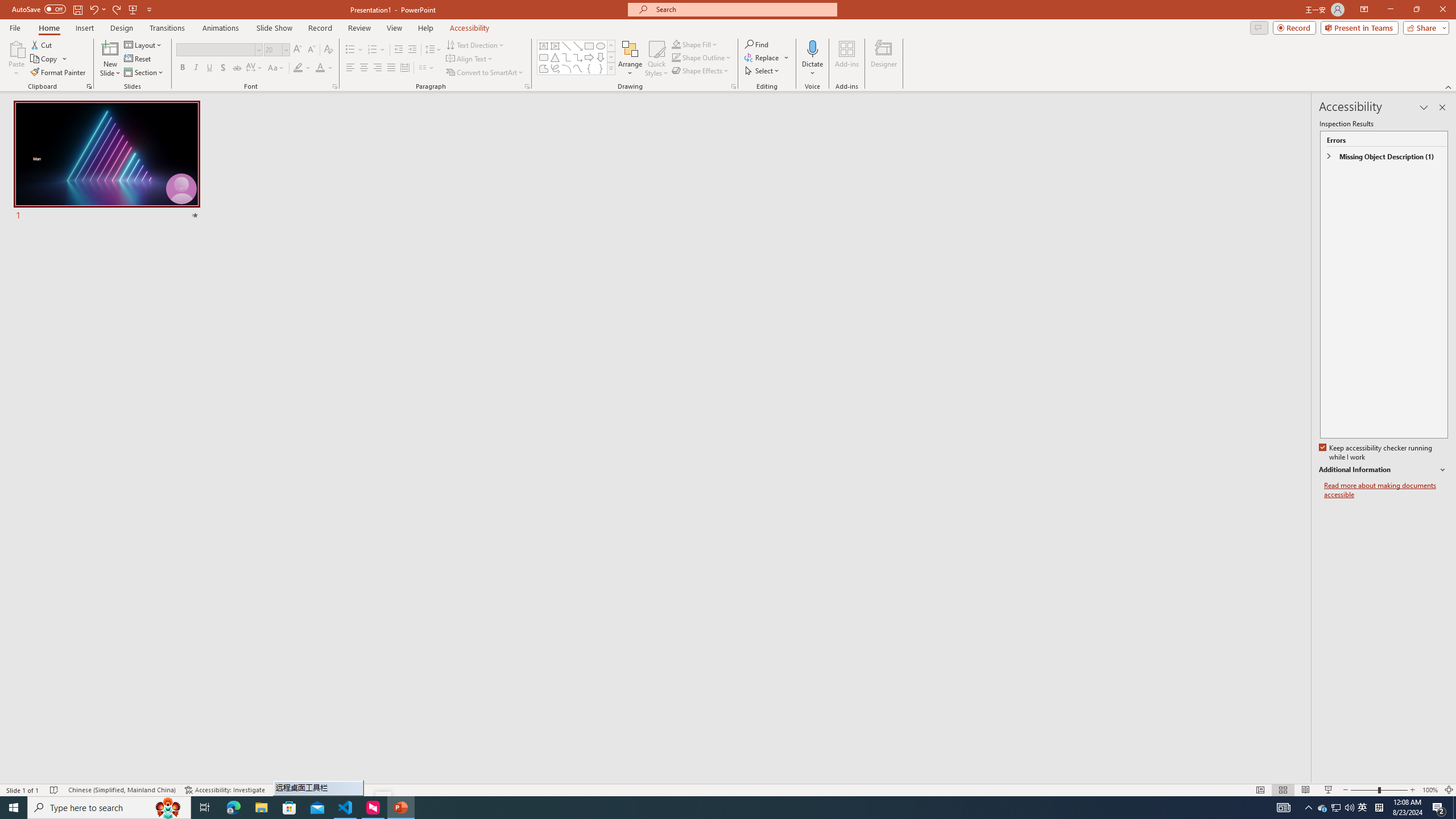 The width and height of the screenshot is (1456, 819). I want to click on 'Zoom 100%', so click(1430, 790).